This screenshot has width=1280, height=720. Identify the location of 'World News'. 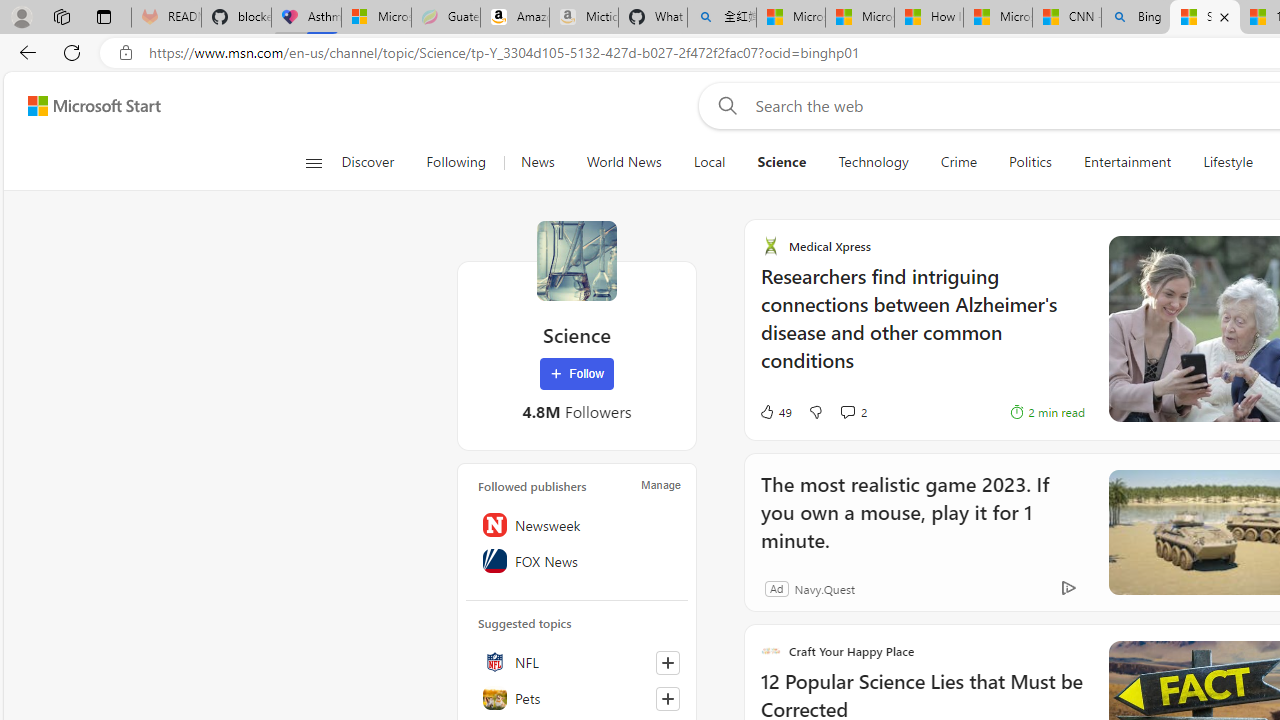
(623, 162).